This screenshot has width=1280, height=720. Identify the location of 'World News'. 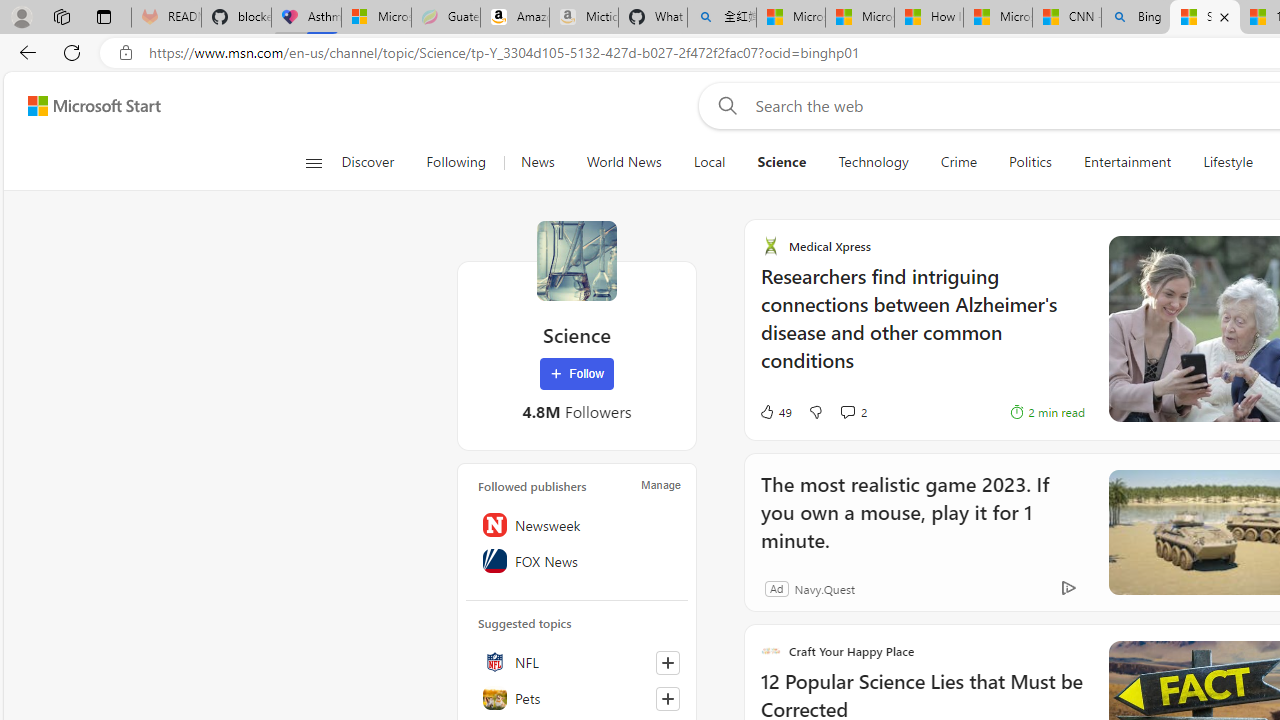
(623, 162).